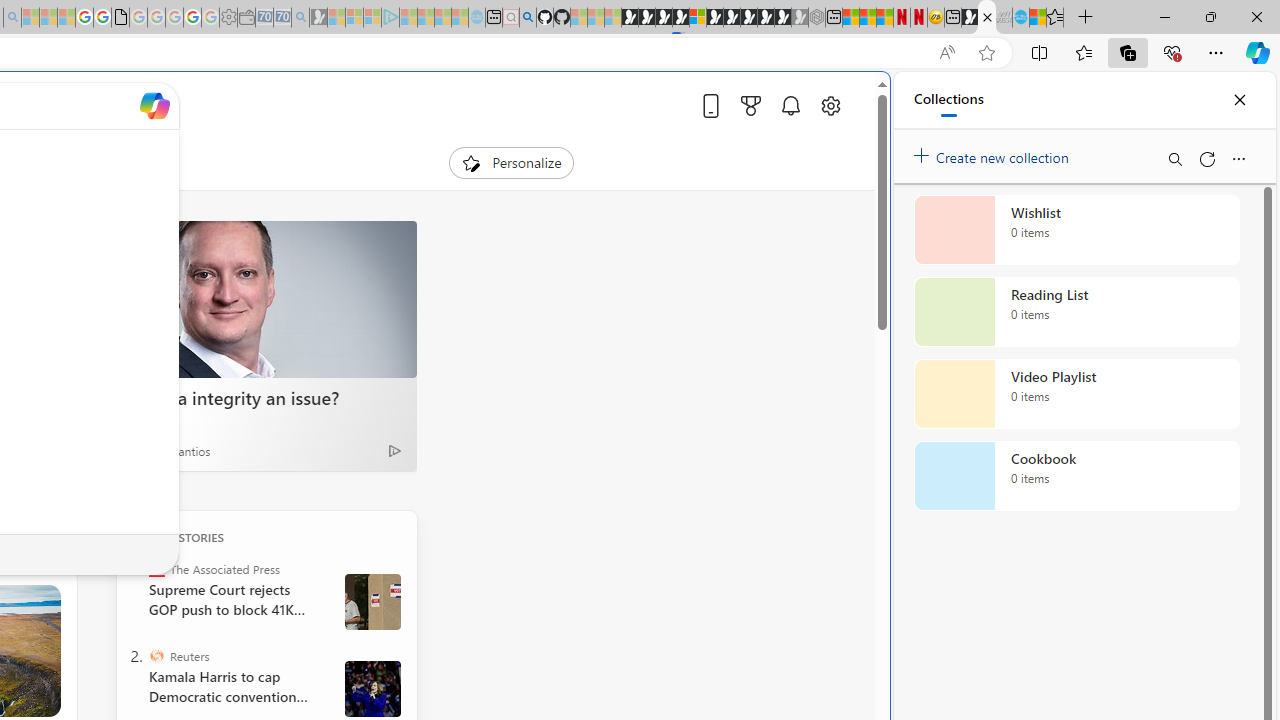  Describe the element at coordinates (1076, 312) in the screenshot. I see `'Reading List collection, 0 items'` at that location.